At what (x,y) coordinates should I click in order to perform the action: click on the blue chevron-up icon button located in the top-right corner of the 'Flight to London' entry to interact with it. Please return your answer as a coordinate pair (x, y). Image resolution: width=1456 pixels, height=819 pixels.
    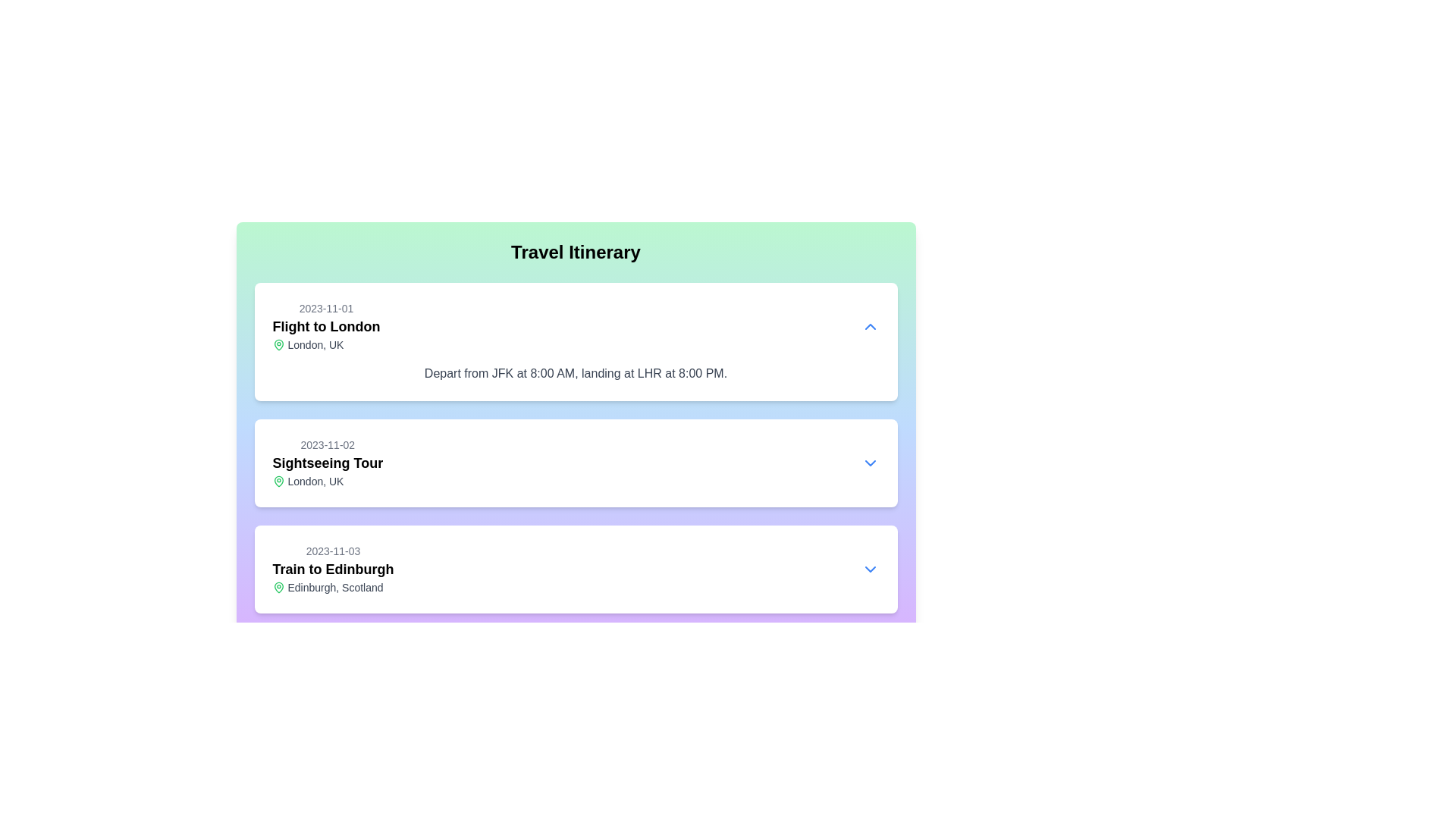
    Looking at the image, I should click on (870, 326).